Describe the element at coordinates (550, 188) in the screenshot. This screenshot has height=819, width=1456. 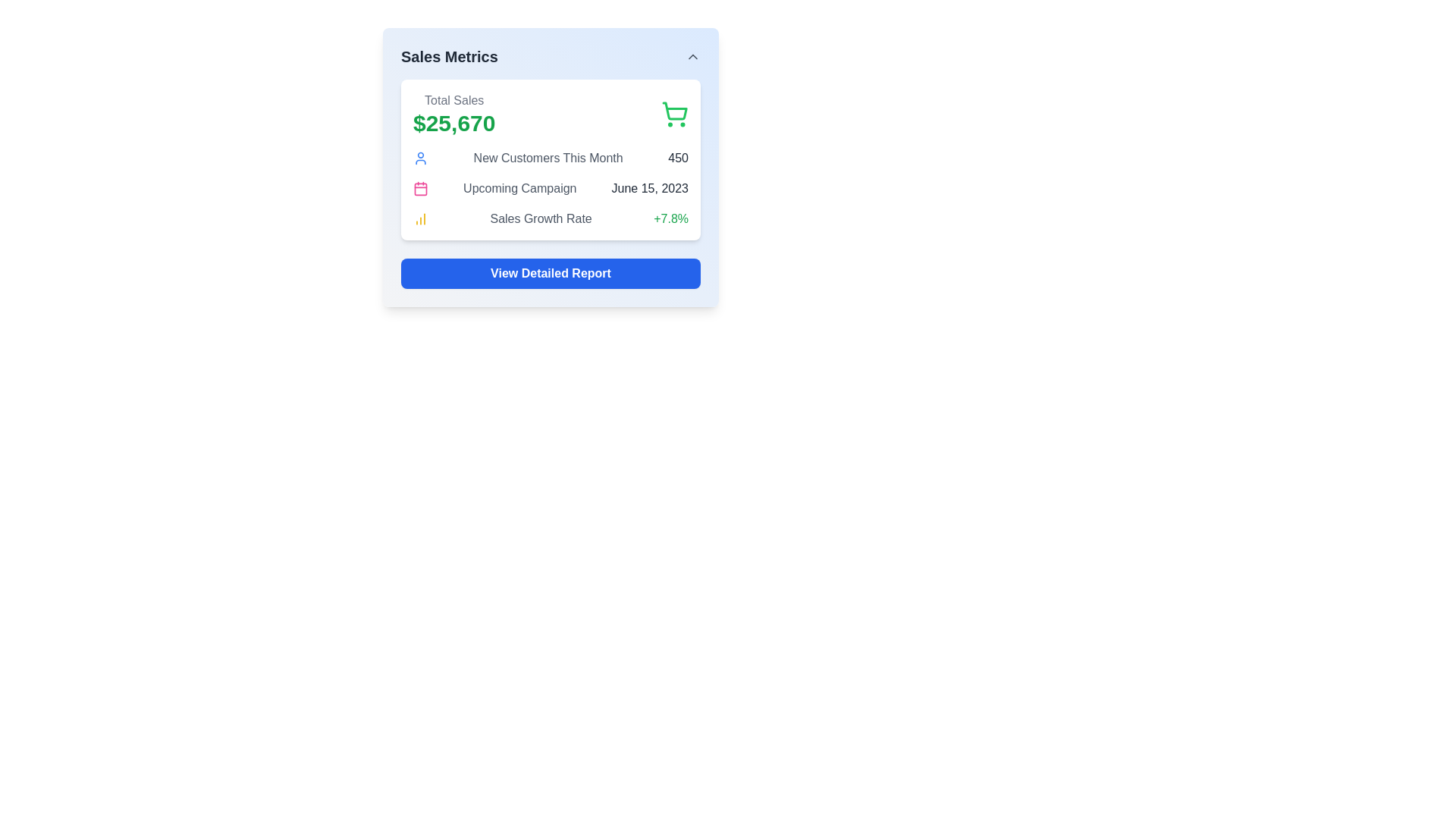
I see `the Information panel containing structured metrics, which includes rows with icons and descriptive text, positioned within the 'Sales Metrics' card` at that location.